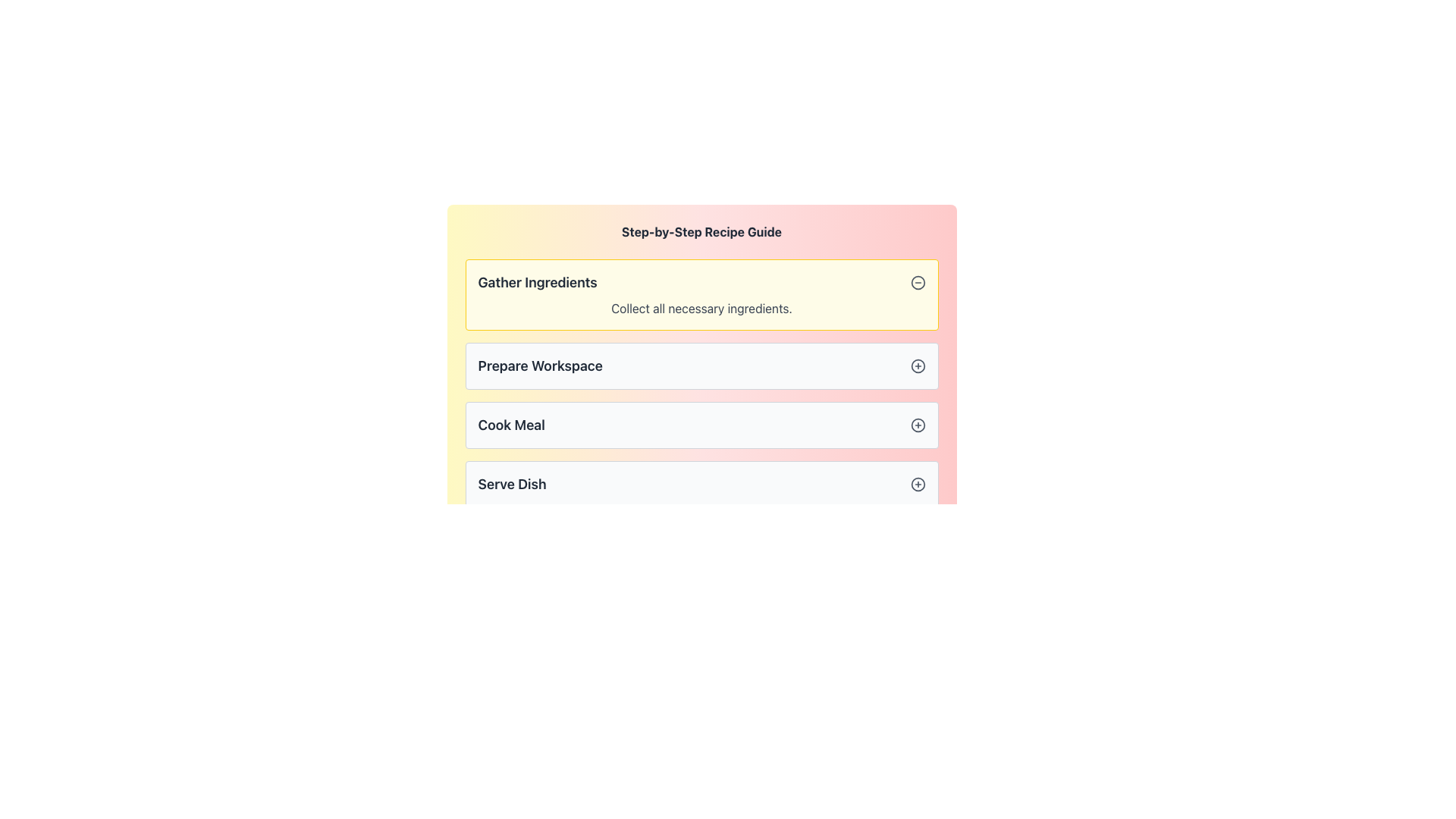 This screenshot has width=1456, height=819. What do you see at coordinates (512, 485) in the screenshot?
I see `the text label indicating the name of the last step in the process, which is positioned at the bottom of the list of steps` at bounding box center [512, 485].